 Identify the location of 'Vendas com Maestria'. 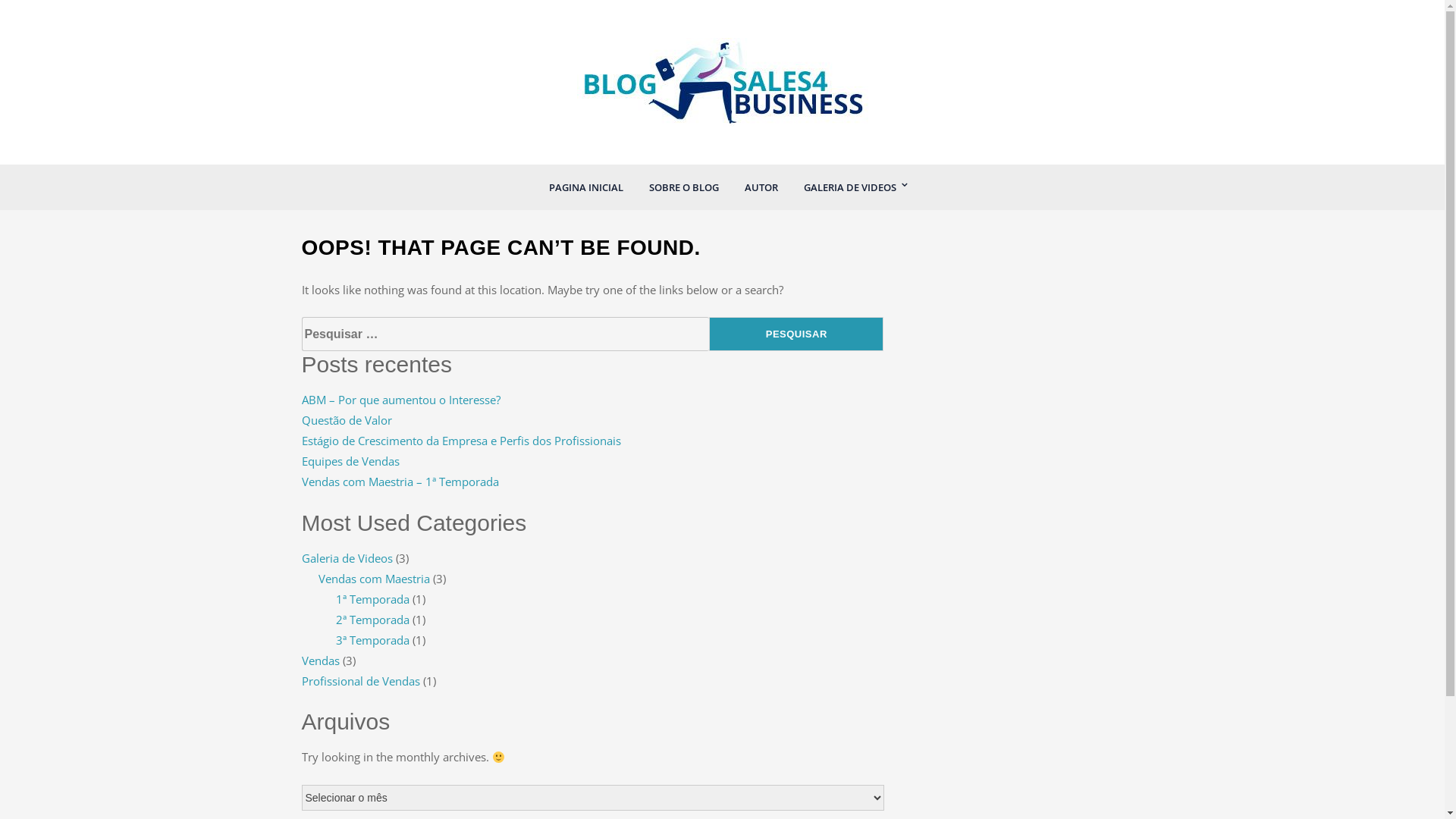
(318, 579).